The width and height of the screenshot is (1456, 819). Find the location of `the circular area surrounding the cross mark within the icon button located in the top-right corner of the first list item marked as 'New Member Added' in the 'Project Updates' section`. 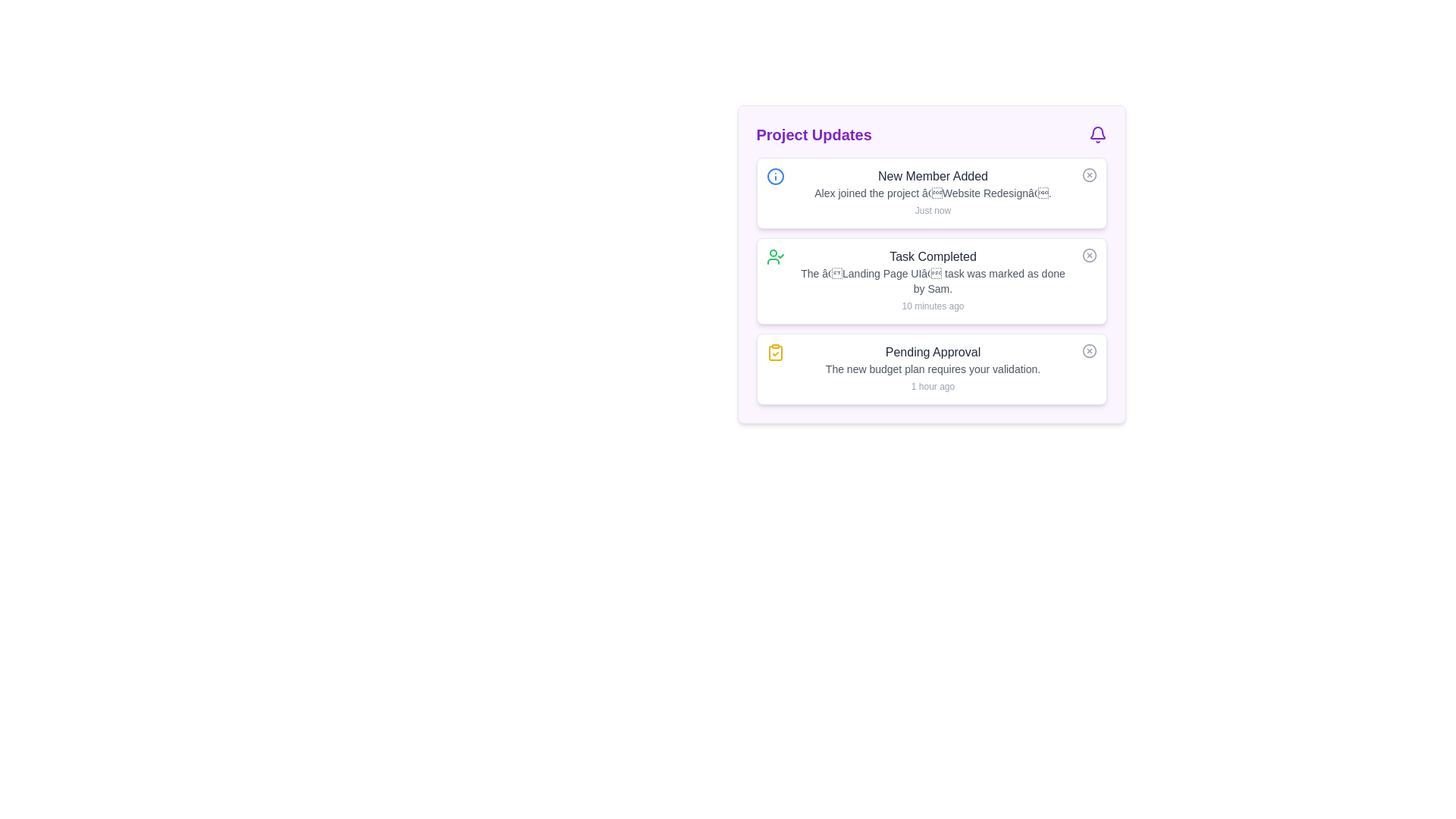

the circular area surrounding the cross mark within the icon button located in the top-right corner of the first list item marked as 'New Member Added' in the 'Project Updates' section is located at coordinates (1088, 174).